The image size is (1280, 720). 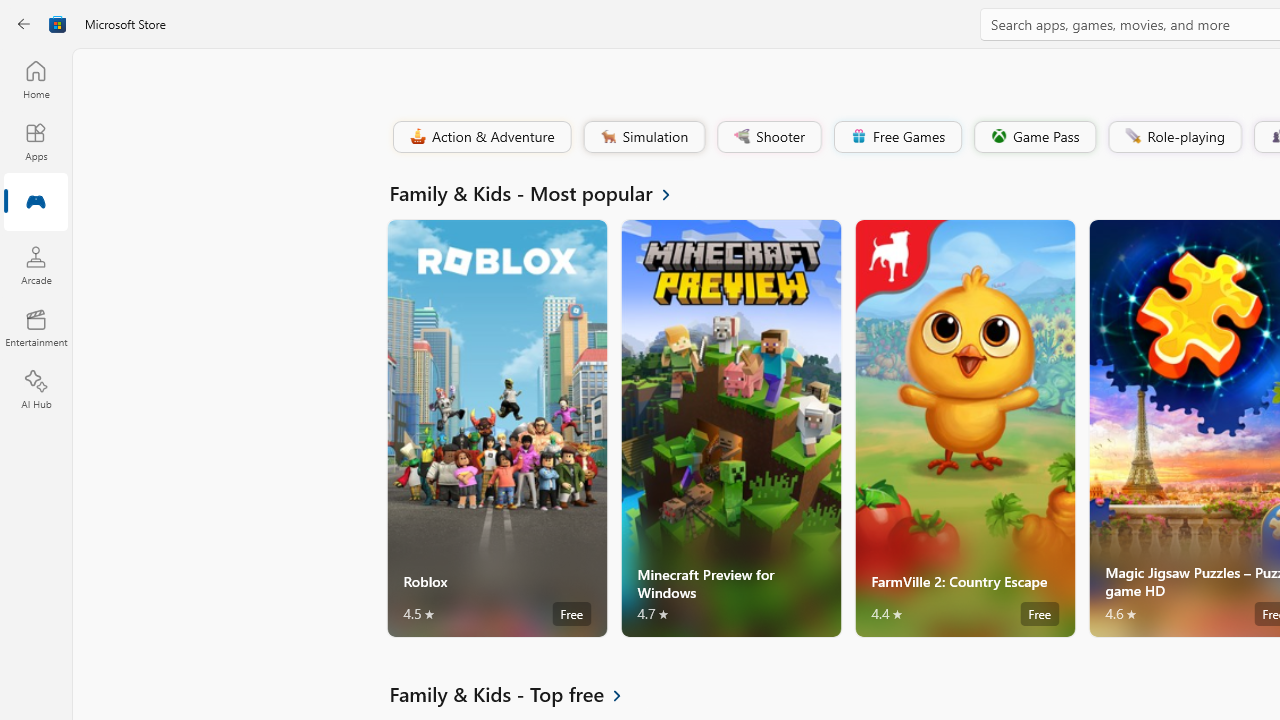 What do you see at coordinates (896, 135) in the screenshot?
I see `'Free Games'` at bounding box center [896, 135].